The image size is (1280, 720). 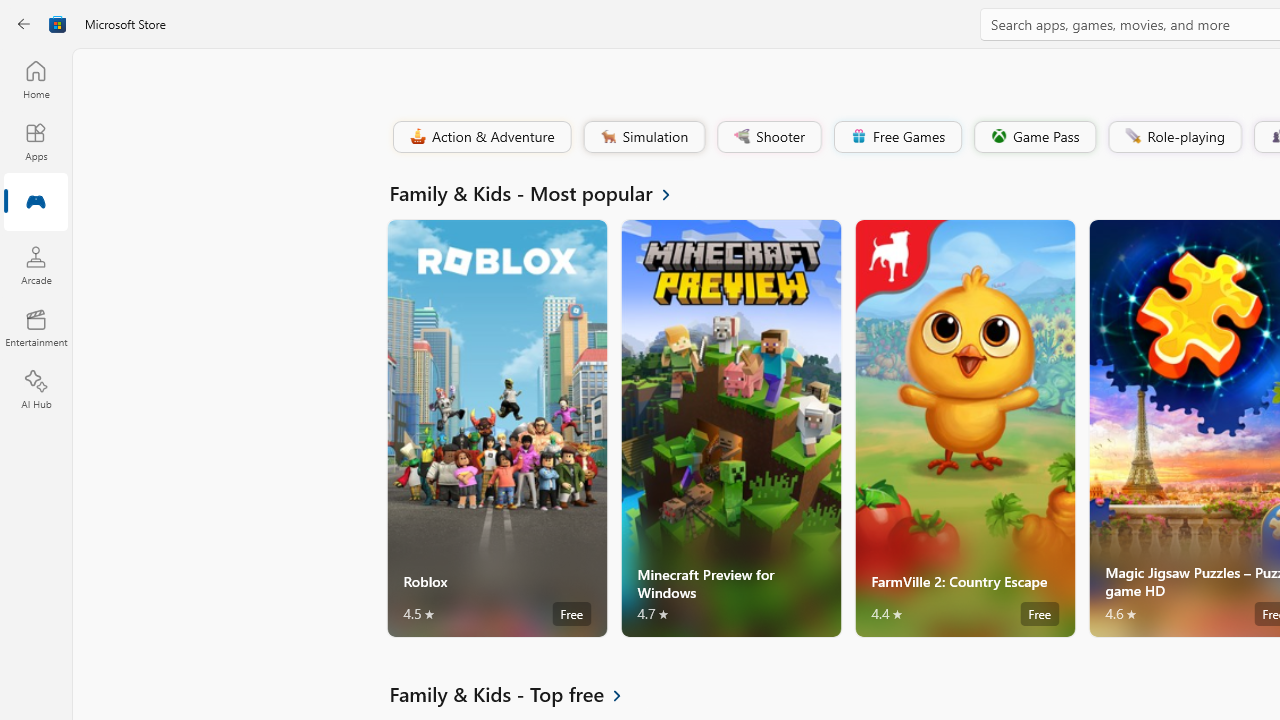 What do you see at coordinates (896, 135) in the screenshot?
I see `'Free Games'` at bounding box center [896, 135].